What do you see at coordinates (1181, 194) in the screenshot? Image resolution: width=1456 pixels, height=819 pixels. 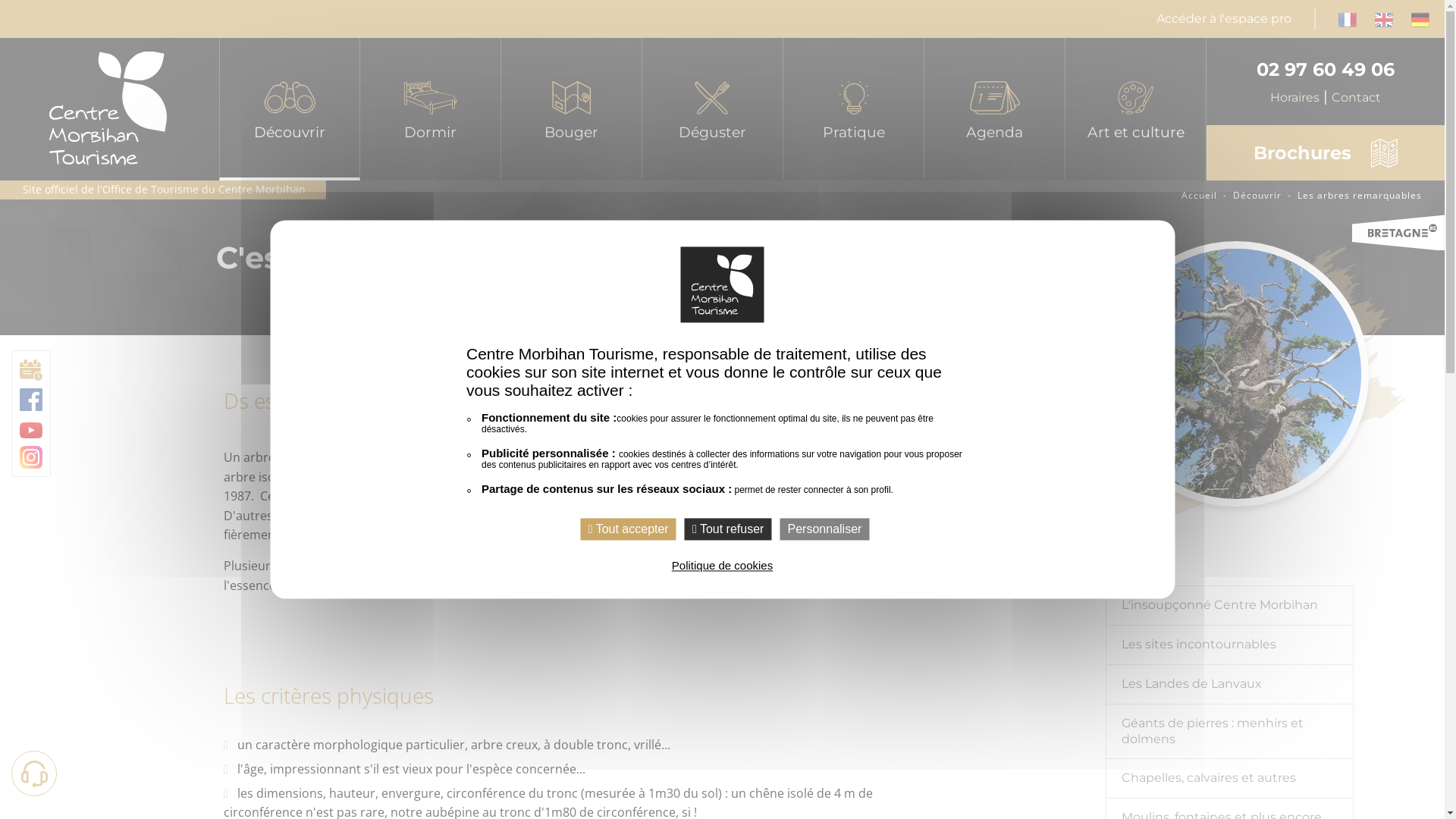 I see `'Accueil'` at bounding box center [1181, 194].